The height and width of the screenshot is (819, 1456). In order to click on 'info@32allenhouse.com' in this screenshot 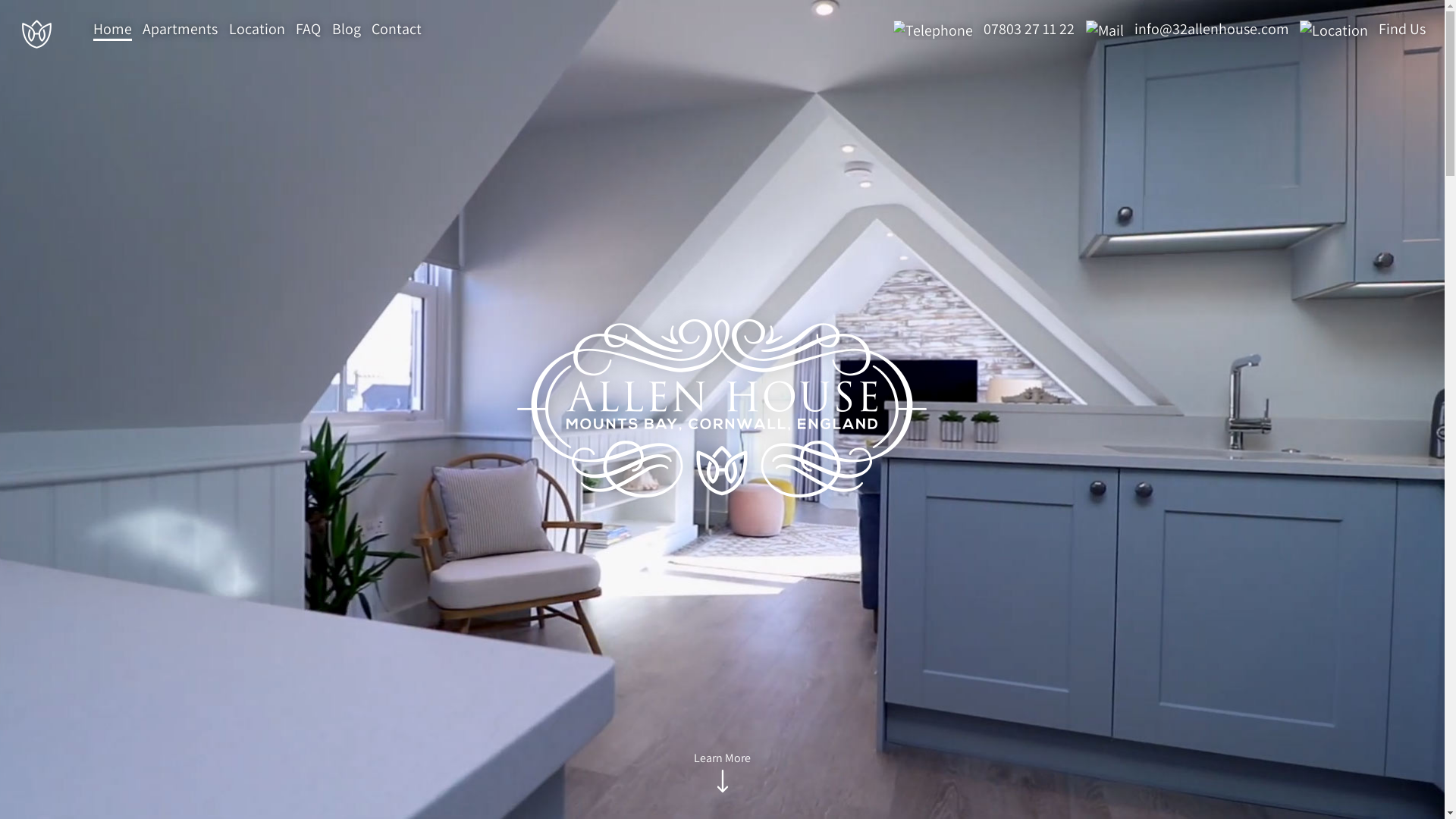, I will do `click(1182, 29)`.